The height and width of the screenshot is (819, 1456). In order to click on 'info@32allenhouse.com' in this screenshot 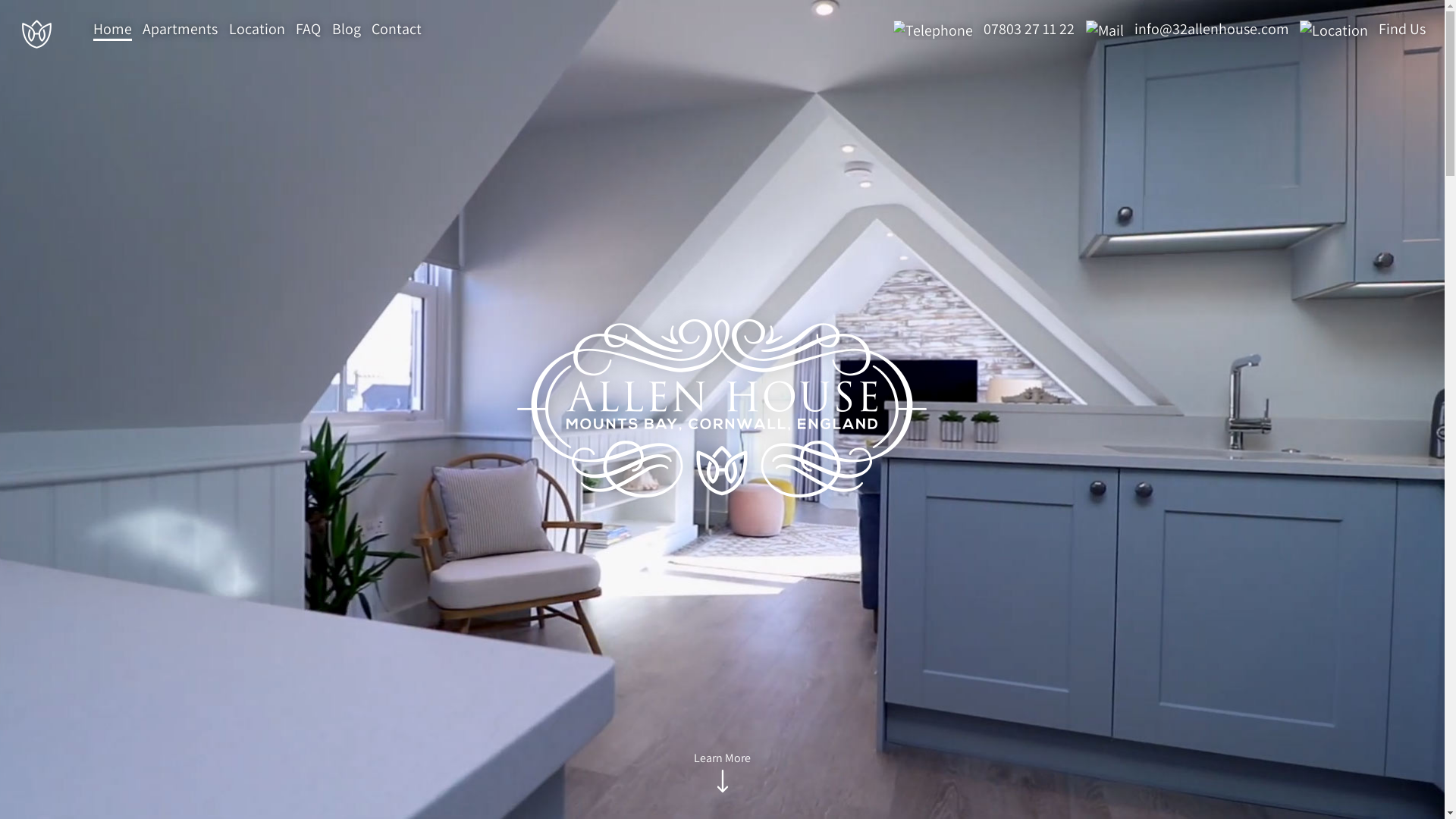, I will do `click(1182, 29)`.